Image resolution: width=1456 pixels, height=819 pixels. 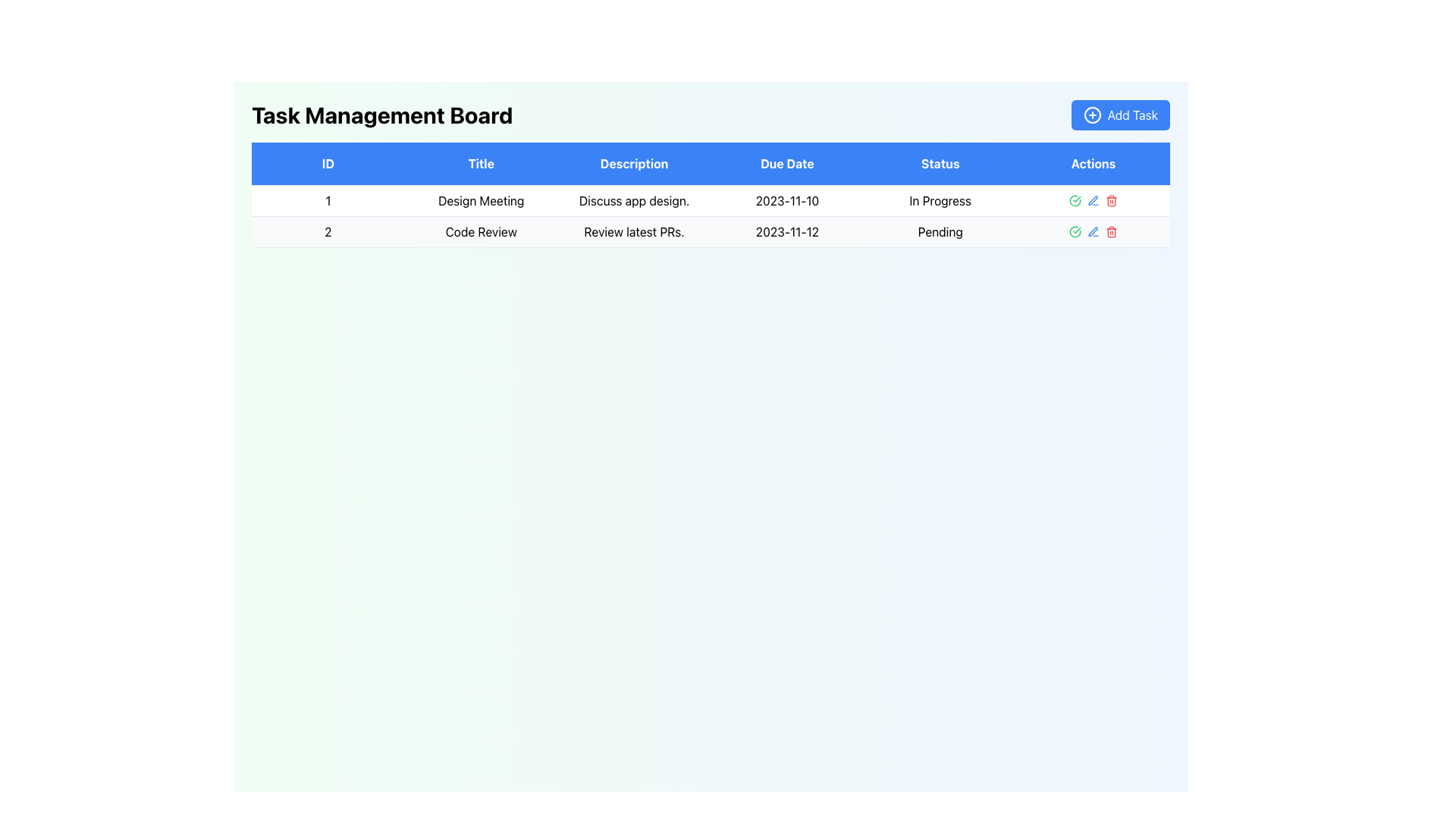 I want to click on the edit icon located in the 'Actions' column of the second row in the table, so click(x=1093, y=199).